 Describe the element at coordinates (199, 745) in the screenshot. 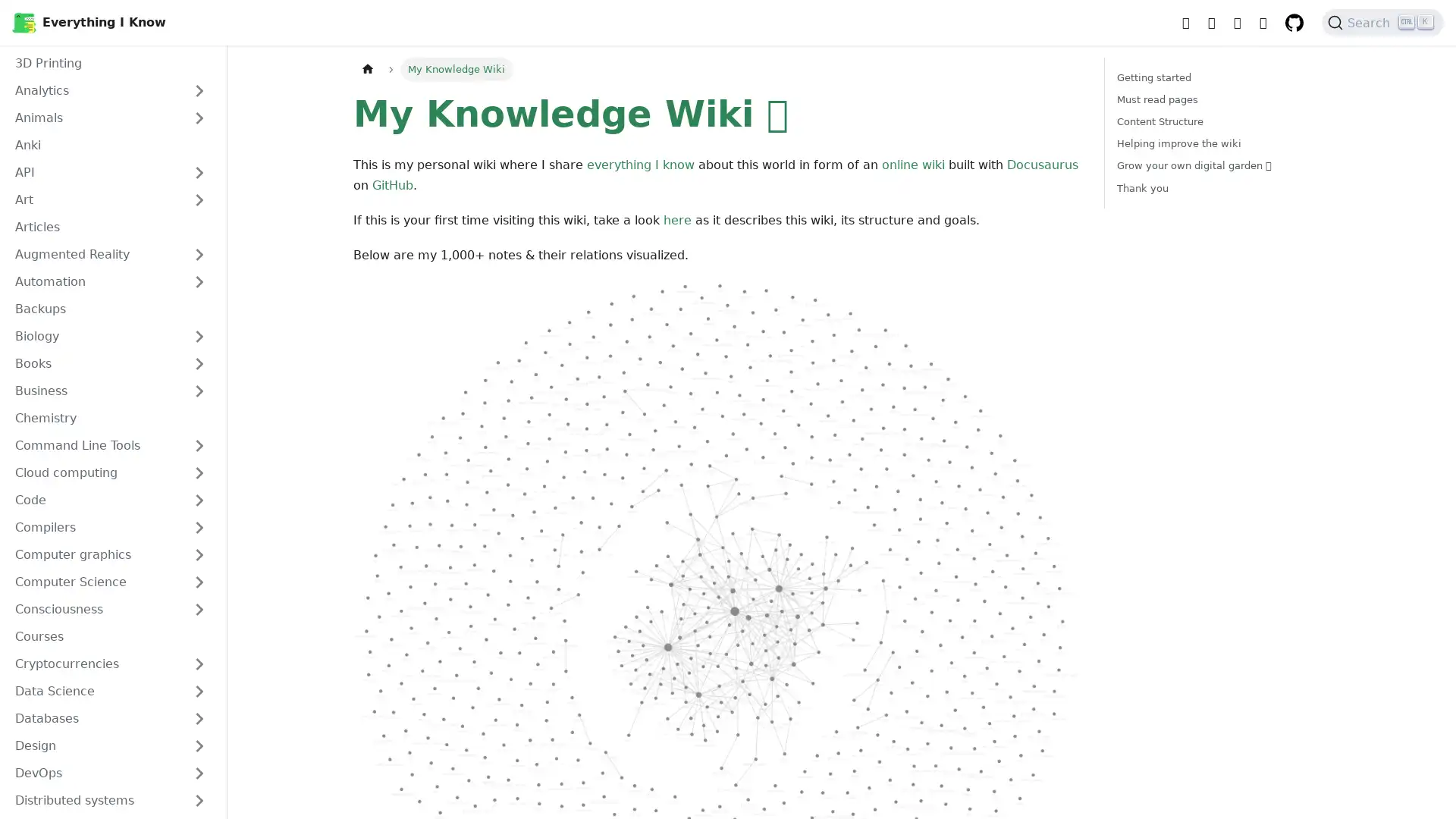

I see `Toggle the collapsible sidebar category 'Design'` at that location.